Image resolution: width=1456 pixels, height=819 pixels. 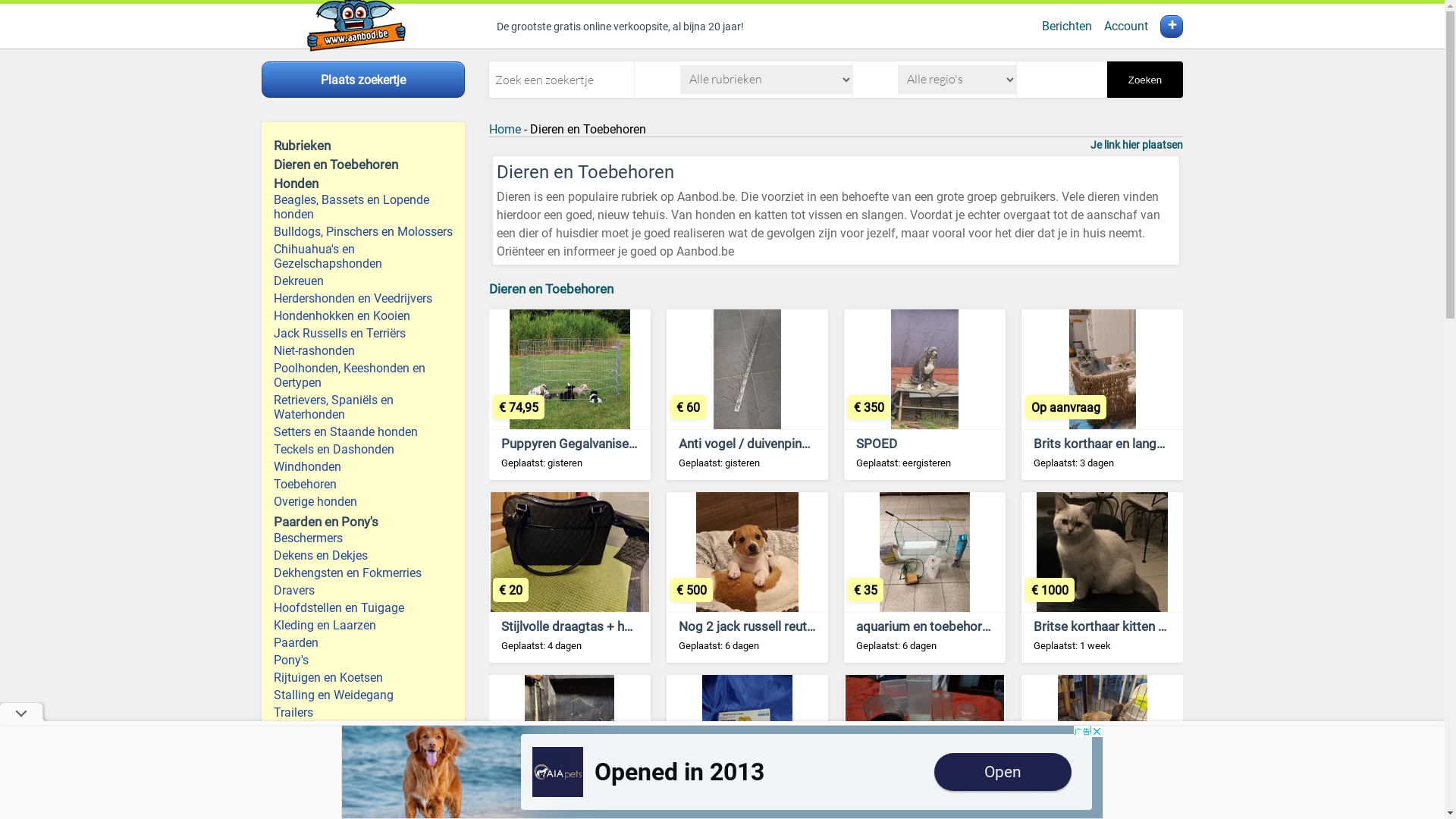 What do you see at coordinates (1065, 26) in the screenshot?
I see `'Berichten'` at bounding box center [1065, 26].